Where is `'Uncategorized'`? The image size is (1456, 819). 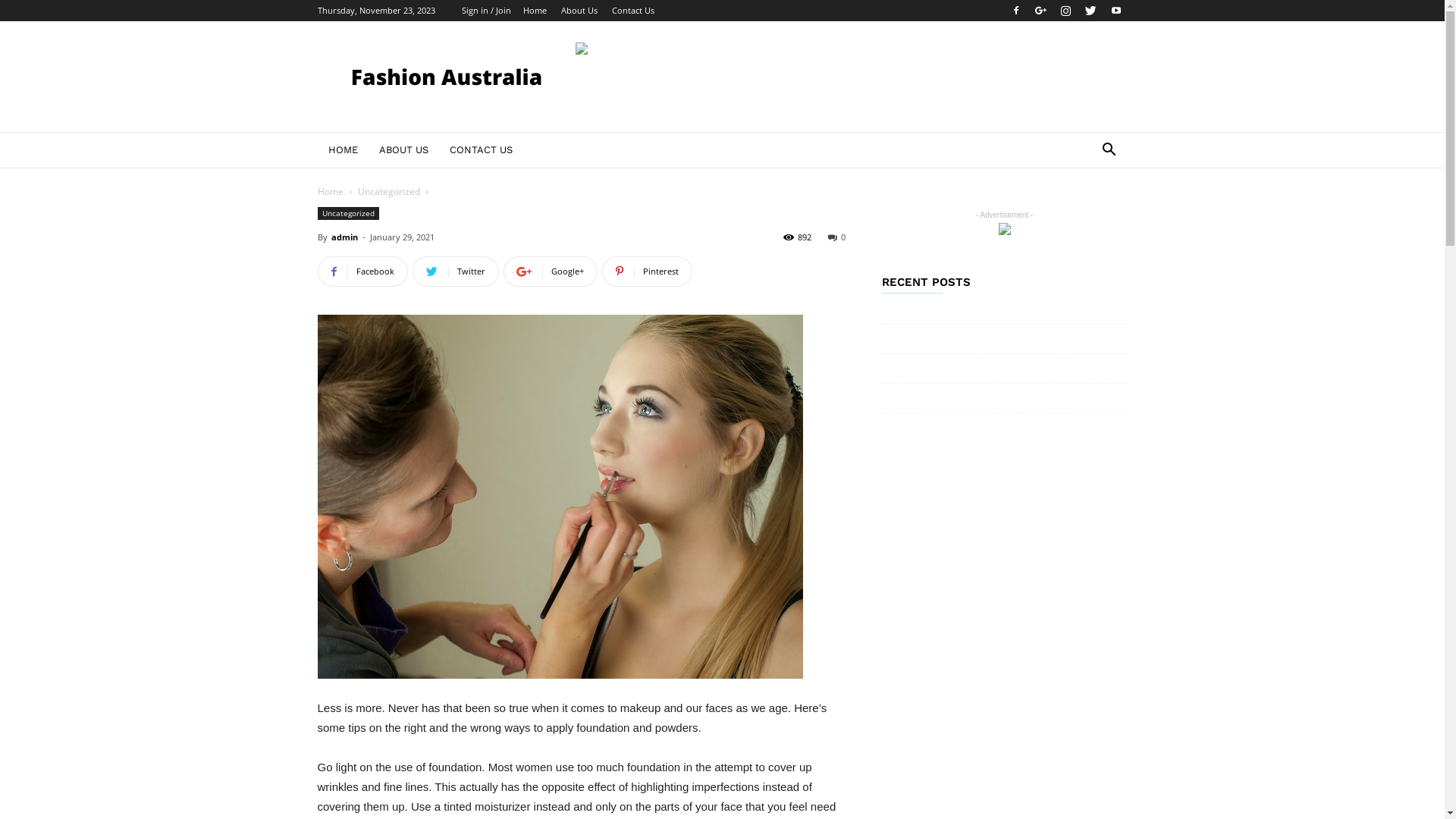
'Uncategorized' is located at coordinates (389, 190).